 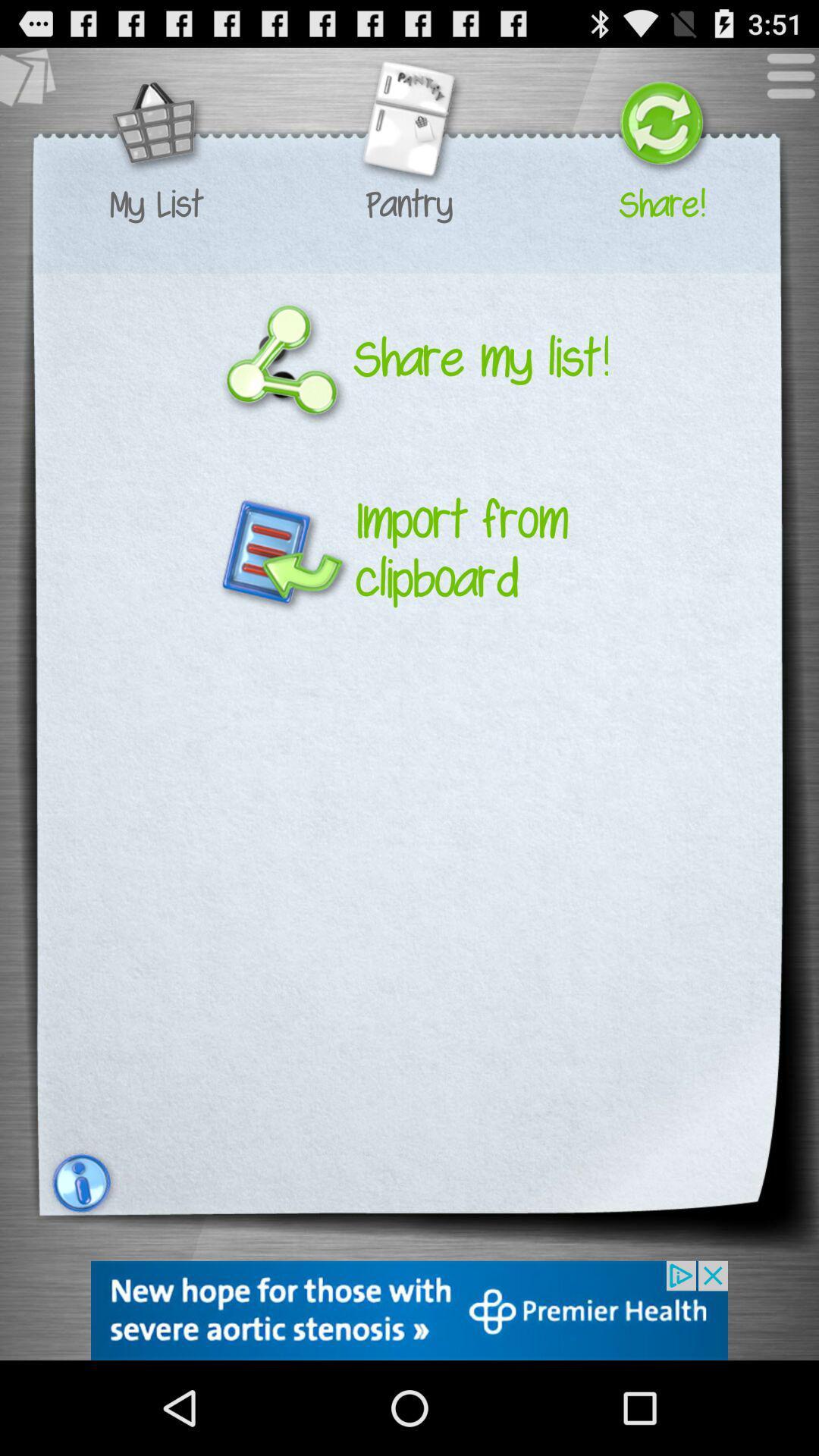 I want to click on click the pantry option, so click(x=408, y=125).